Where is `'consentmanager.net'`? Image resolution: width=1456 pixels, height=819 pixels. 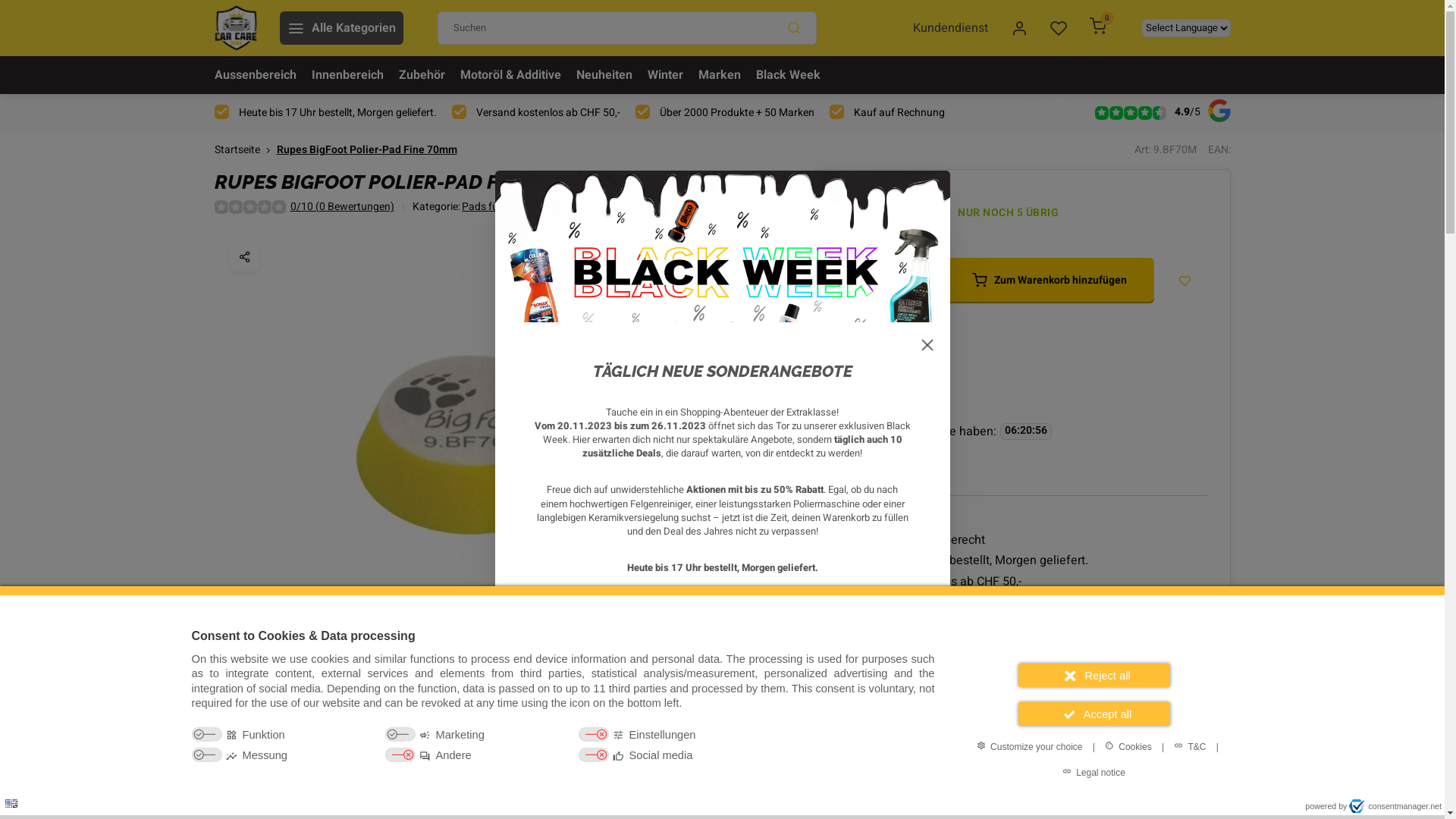
'consentmanager.net' is located at coordinates (1395, 805).